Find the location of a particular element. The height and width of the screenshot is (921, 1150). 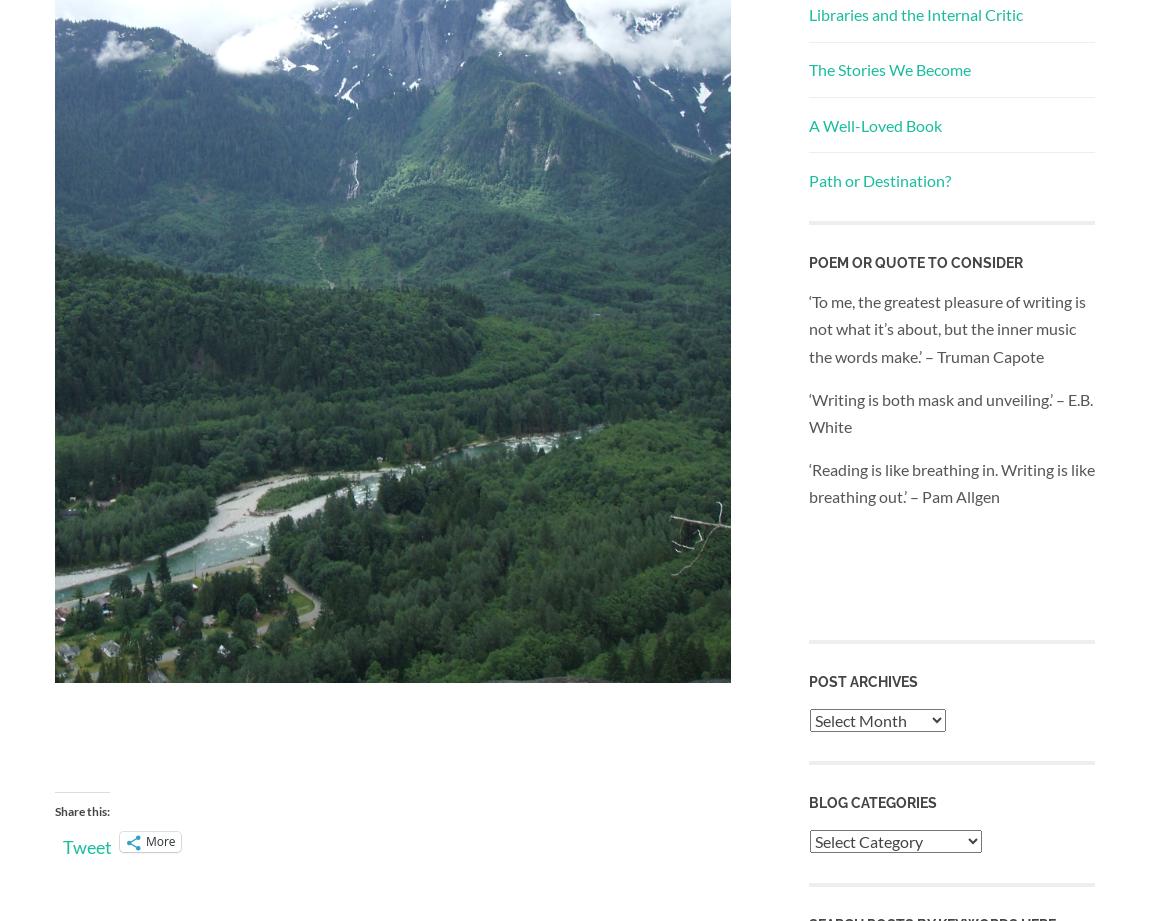

'Blog Categories' is located at coordinates (808, 802).